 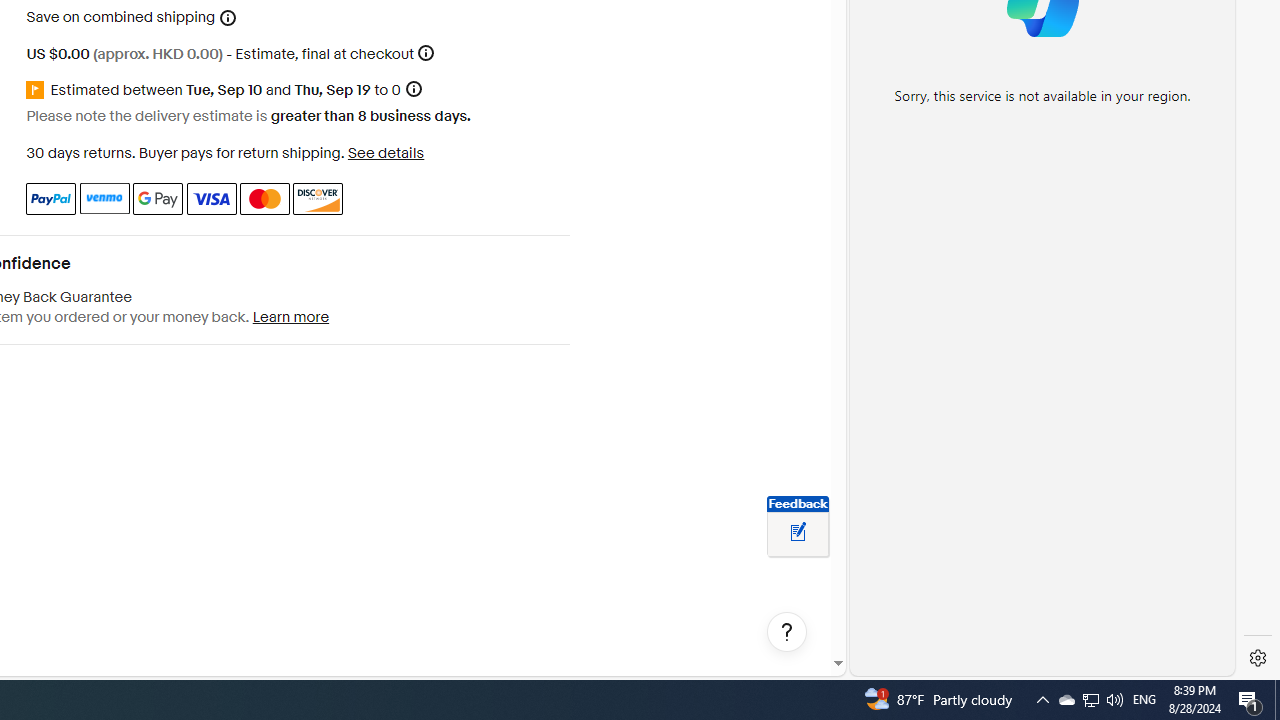 I want to click on 'More information on Combined Shipping. Opens a layer.', so click(x=228, y=17).